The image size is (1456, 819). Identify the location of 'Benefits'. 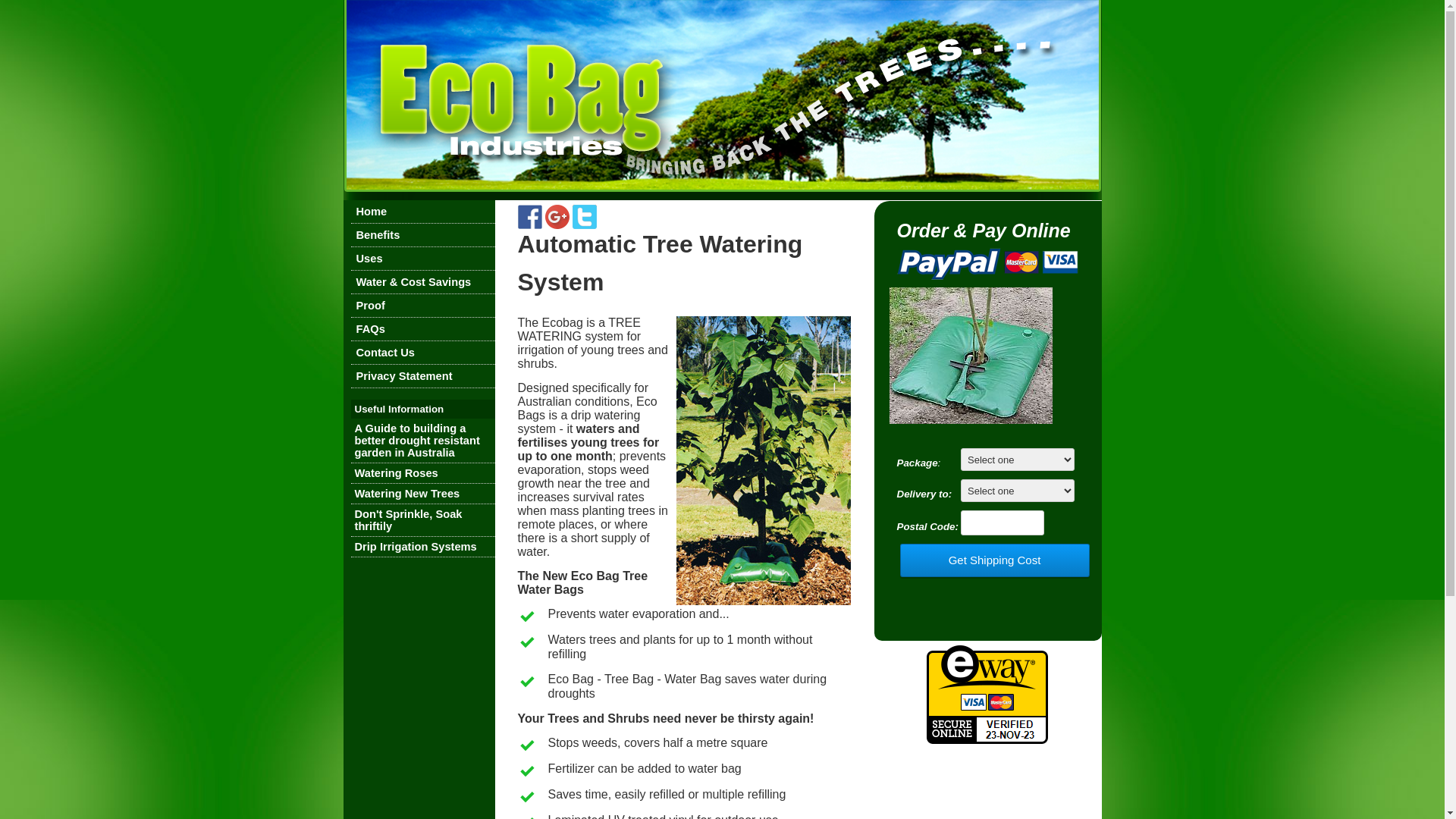
(378, 234).